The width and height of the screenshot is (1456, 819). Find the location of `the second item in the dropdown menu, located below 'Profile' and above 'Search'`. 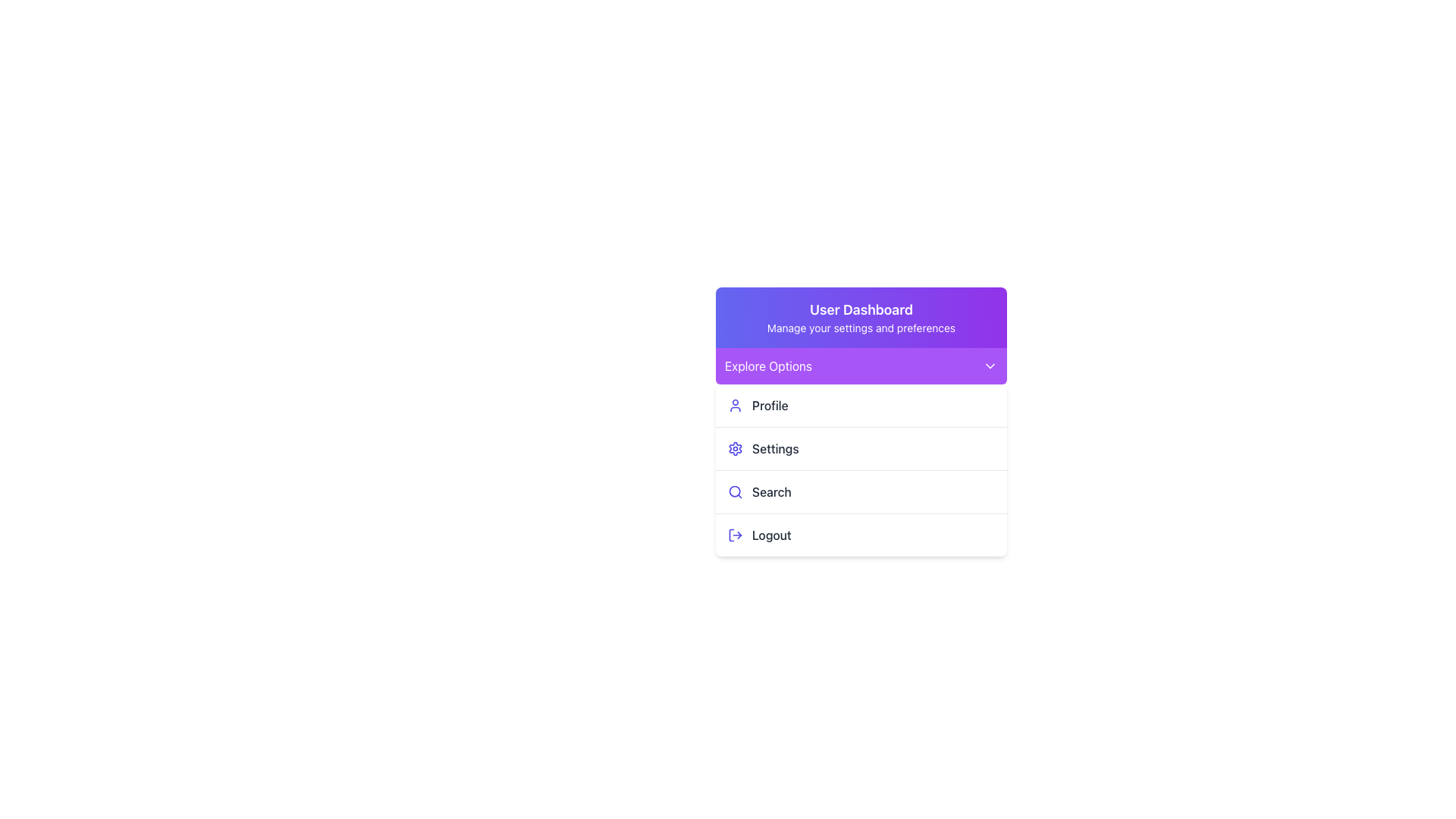

the second item in the dropdown menu, located below 'Profile' and above 'Search' is located at coordinates (861, 447).